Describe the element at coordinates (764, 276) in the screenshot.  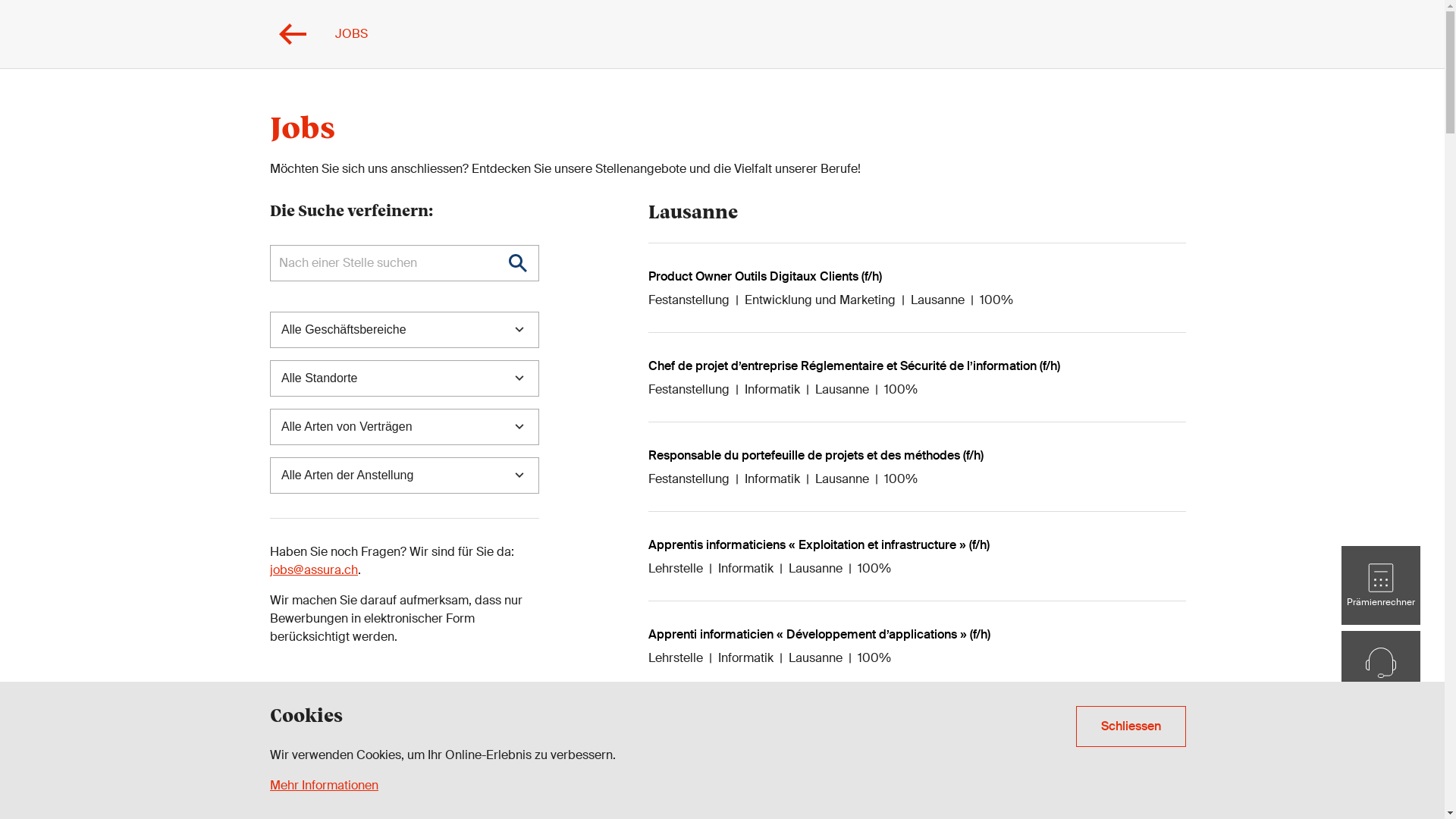
I see `'Product Owner Outils Digitaux Clients (f/h)'` at that location.